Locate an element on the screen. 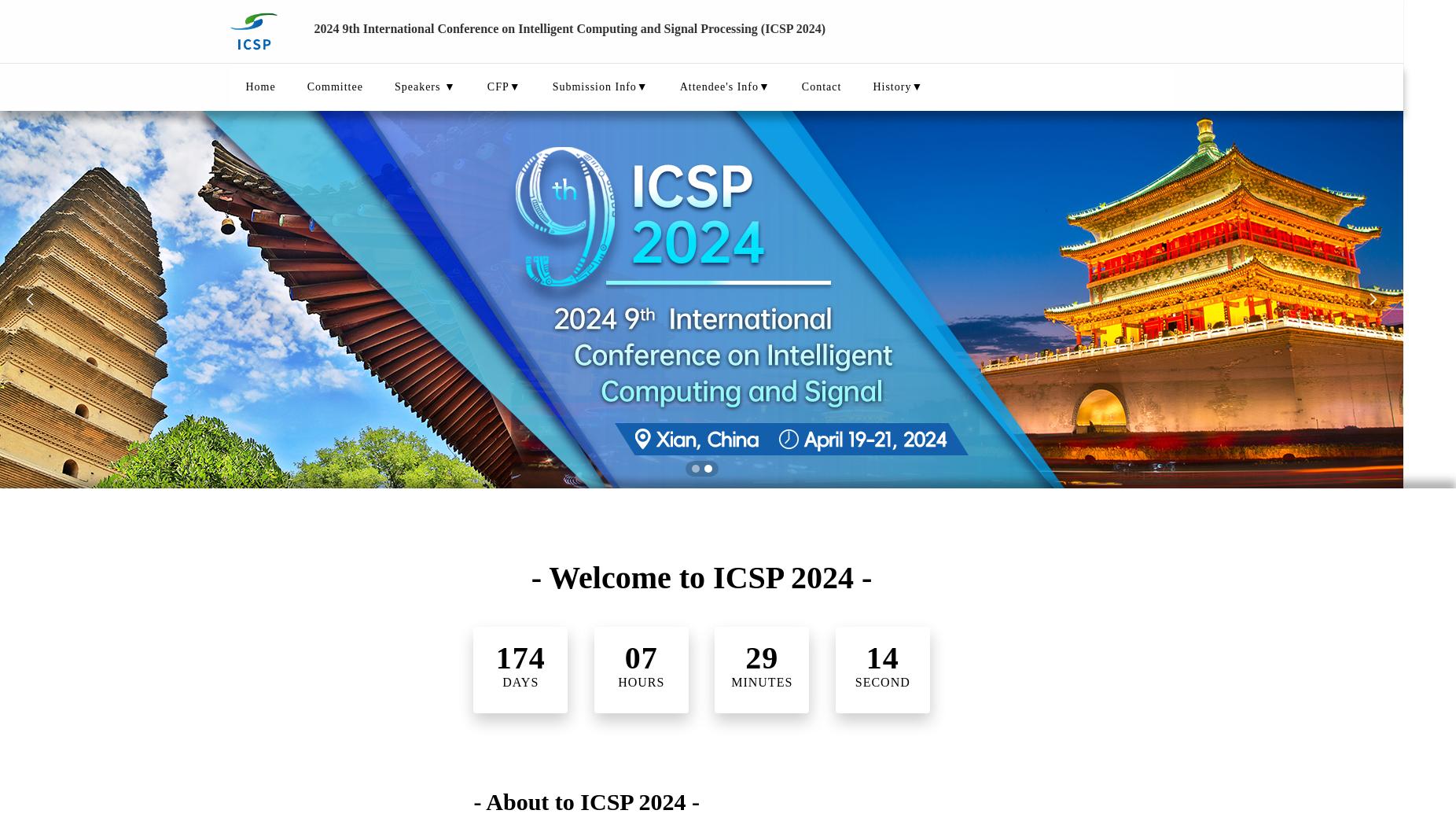  'Speakers  ▼' is located at coordinates (424, 87).